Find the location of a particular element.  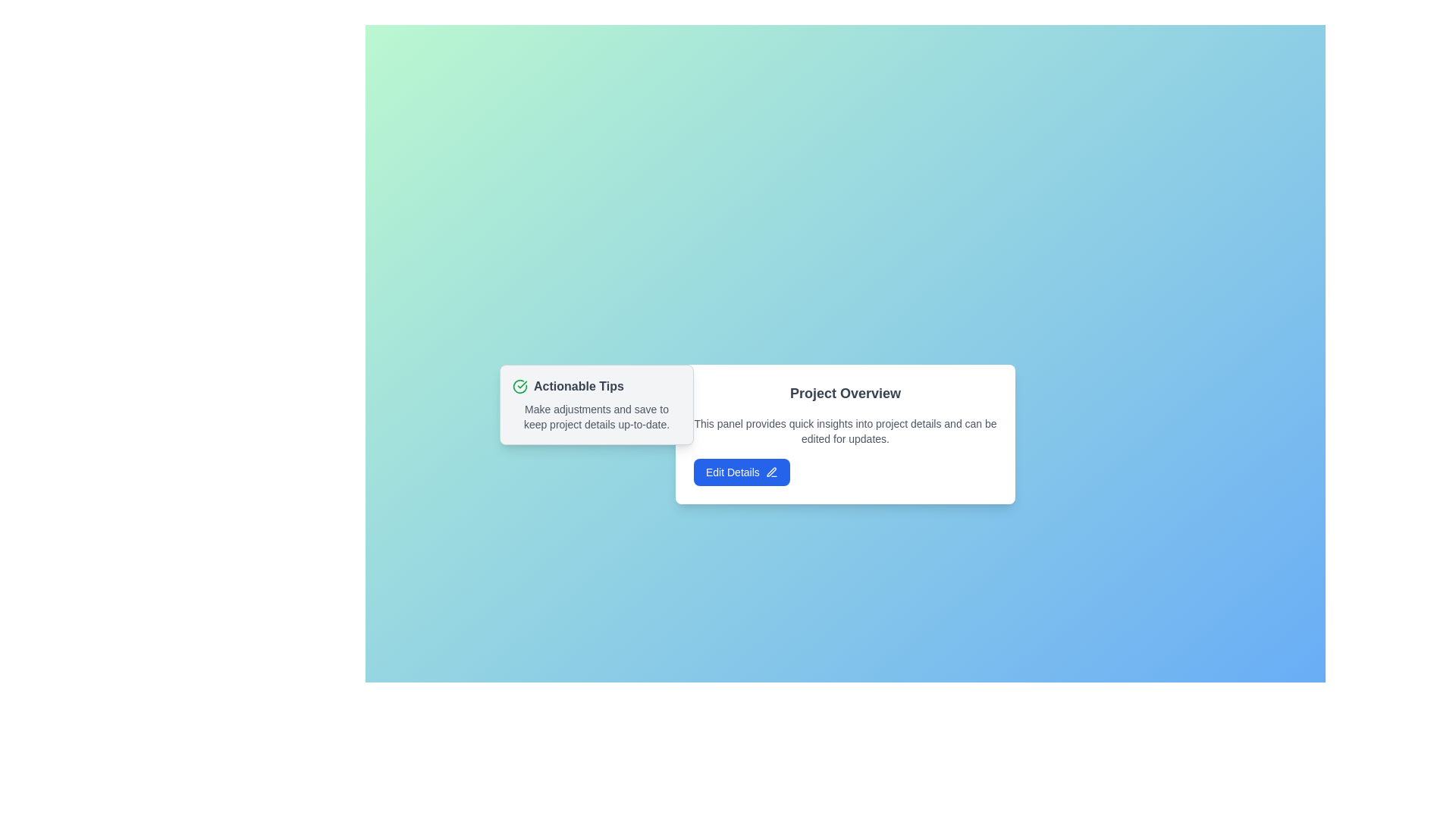

the 'Project Overview' text header, which is the title for the section and is located at the top of a white rectangular card with rounded corners is located at coordinates (844, 393).